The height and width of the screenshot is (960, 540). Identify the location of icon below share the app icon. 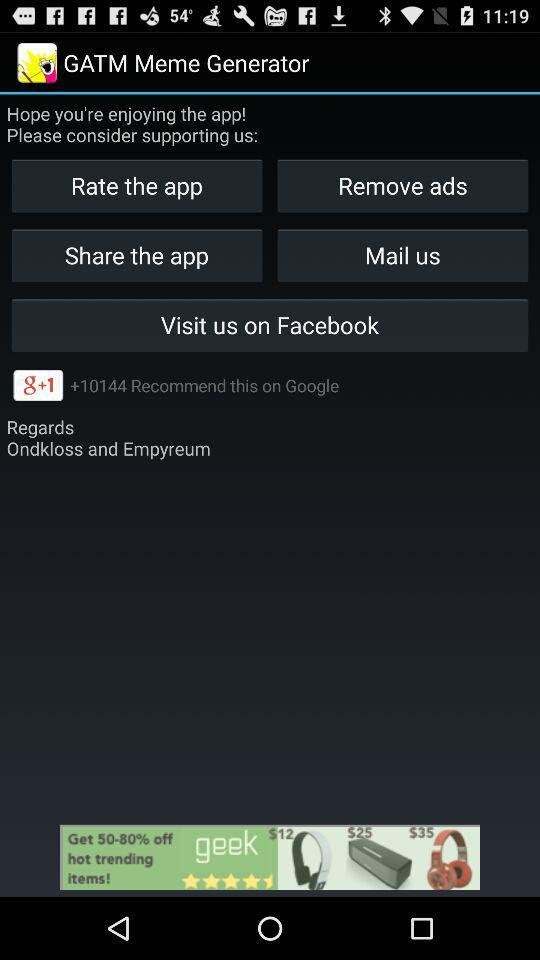
(270, 325).